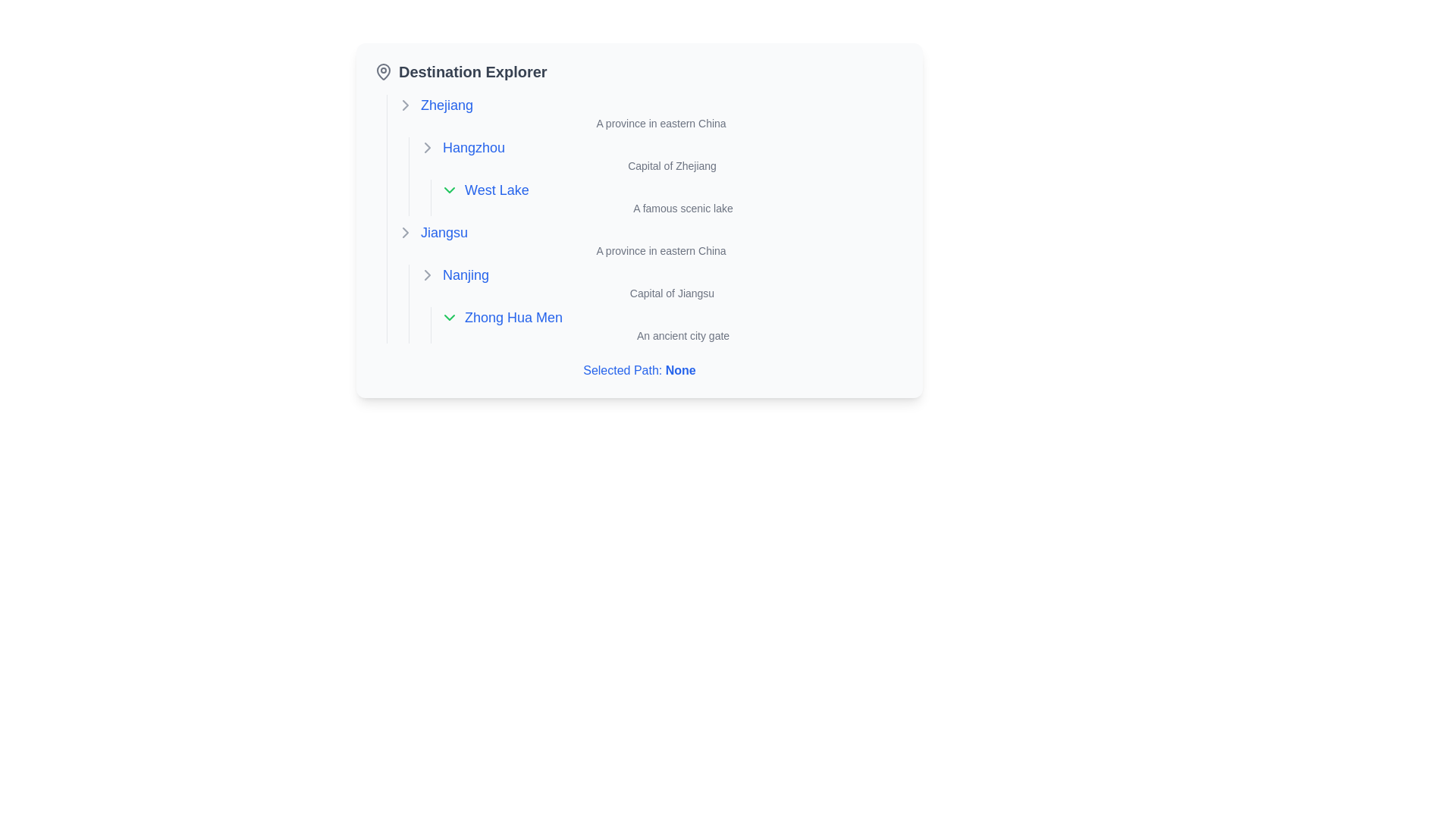  What do you see at coordinates (449, 317) in the screenshot?
I see `the green downward-pointing arrow icon located to the left of the text 'Zhong Hua Men' in the destination explorer to focus` at bounding box center [449, 317].